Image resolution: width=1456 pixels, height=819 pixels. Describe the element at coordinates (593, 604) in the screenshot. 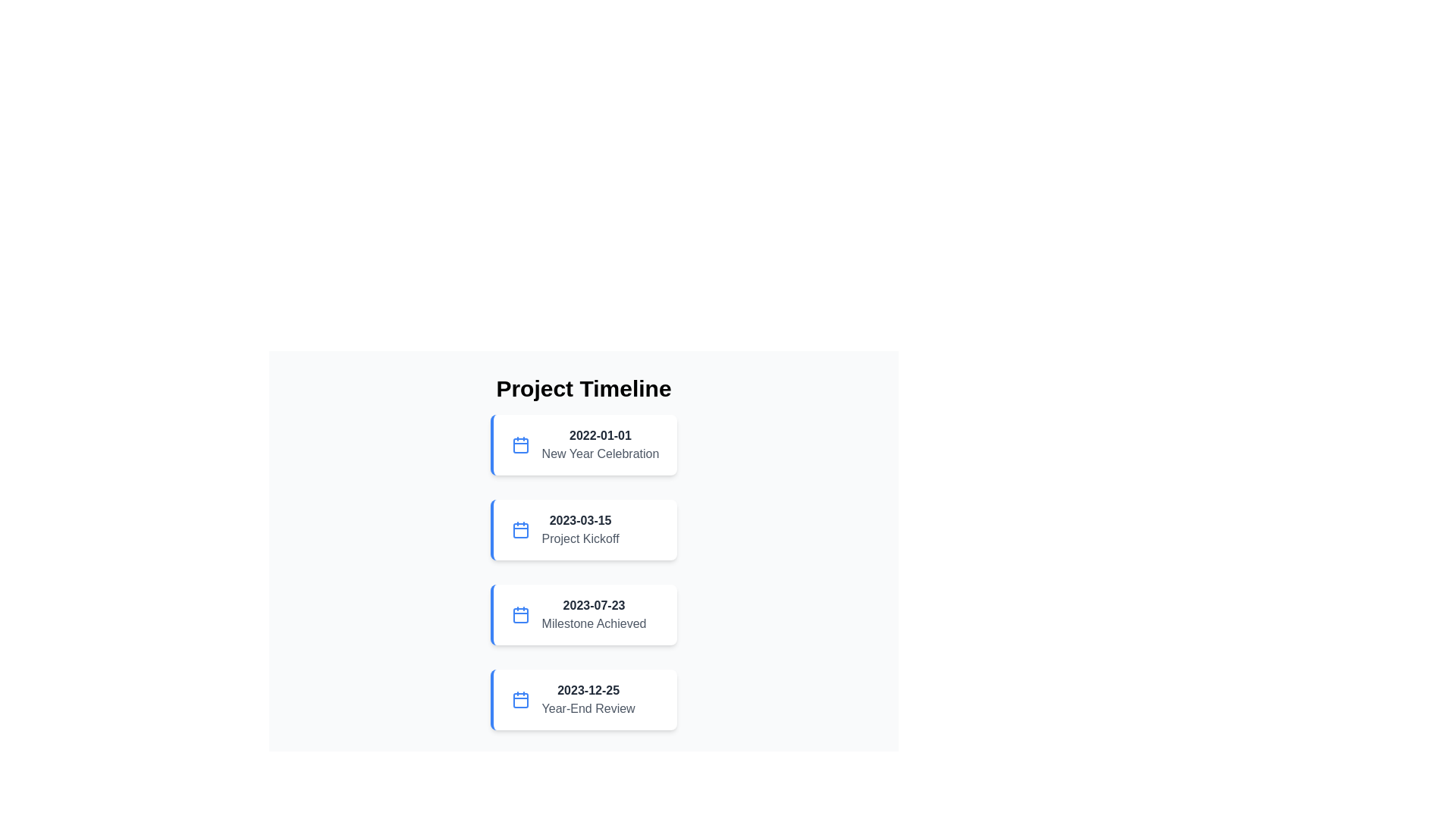

I see `date information displayed in the Text Label showing '2023-07-23', which is located in the middle of the timeline entry box above 'Milestone Achieved'` at that location.